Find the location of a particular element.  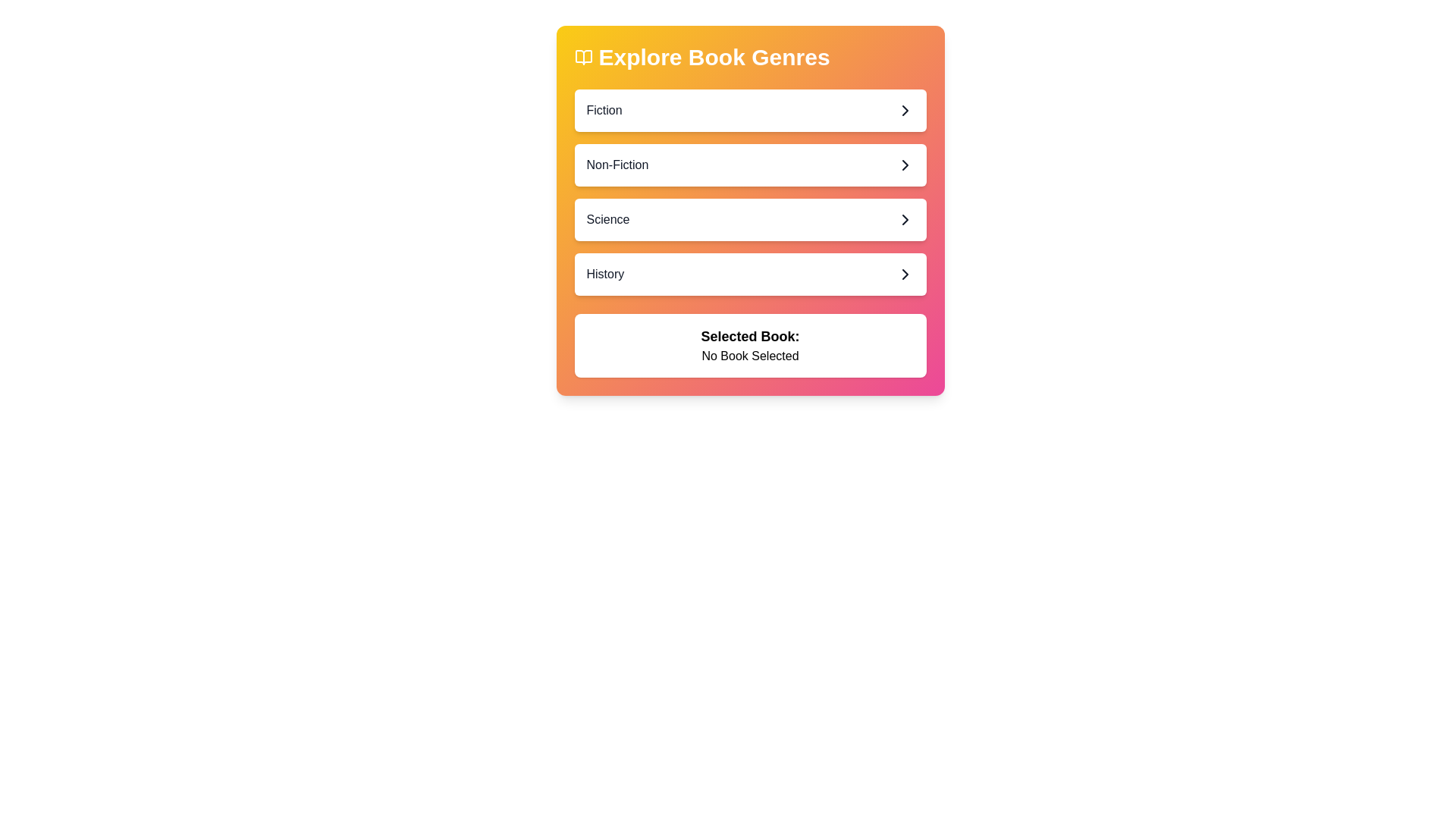

the text display box that shows 'Selected Book:' and 'No Book Selected', which is located at the bottom of the main interface section is located at coordinates (750, 345).